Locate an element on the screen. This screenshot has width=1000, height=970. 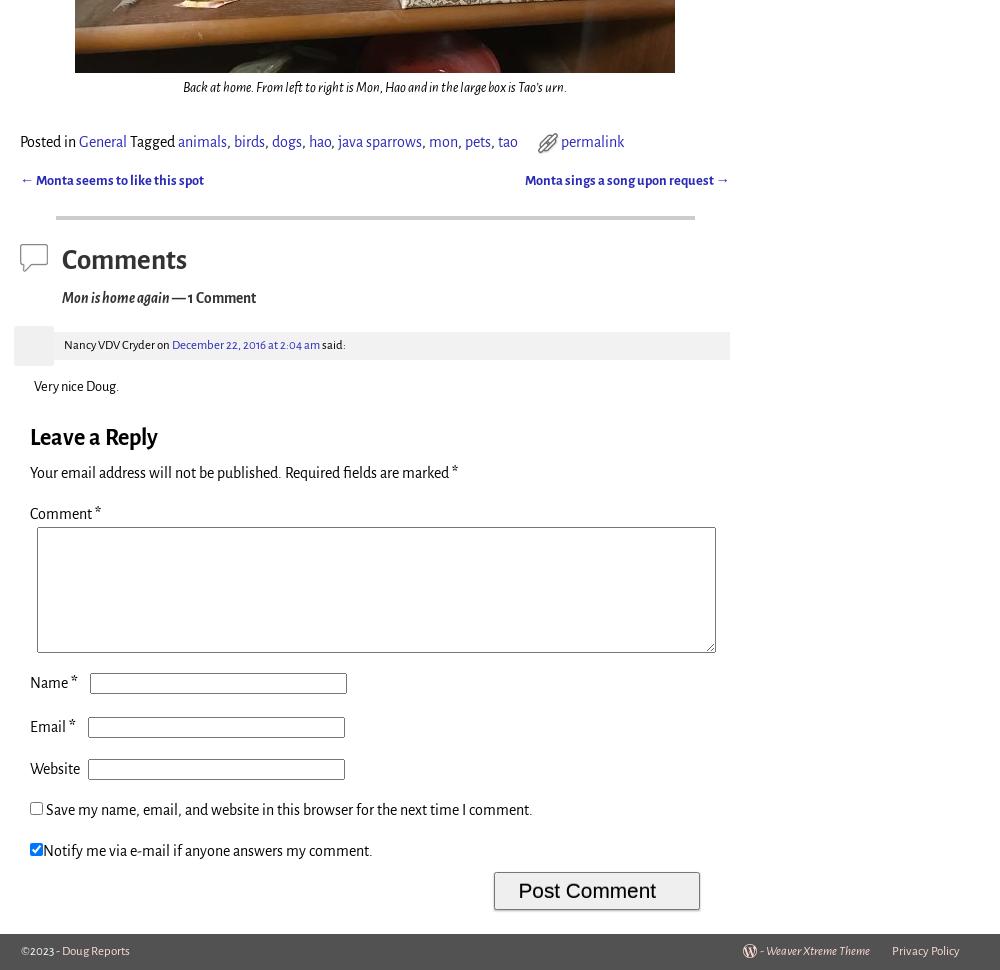
'December 22, 2016 at 2:04 am' is located at coordinates (245, 343).